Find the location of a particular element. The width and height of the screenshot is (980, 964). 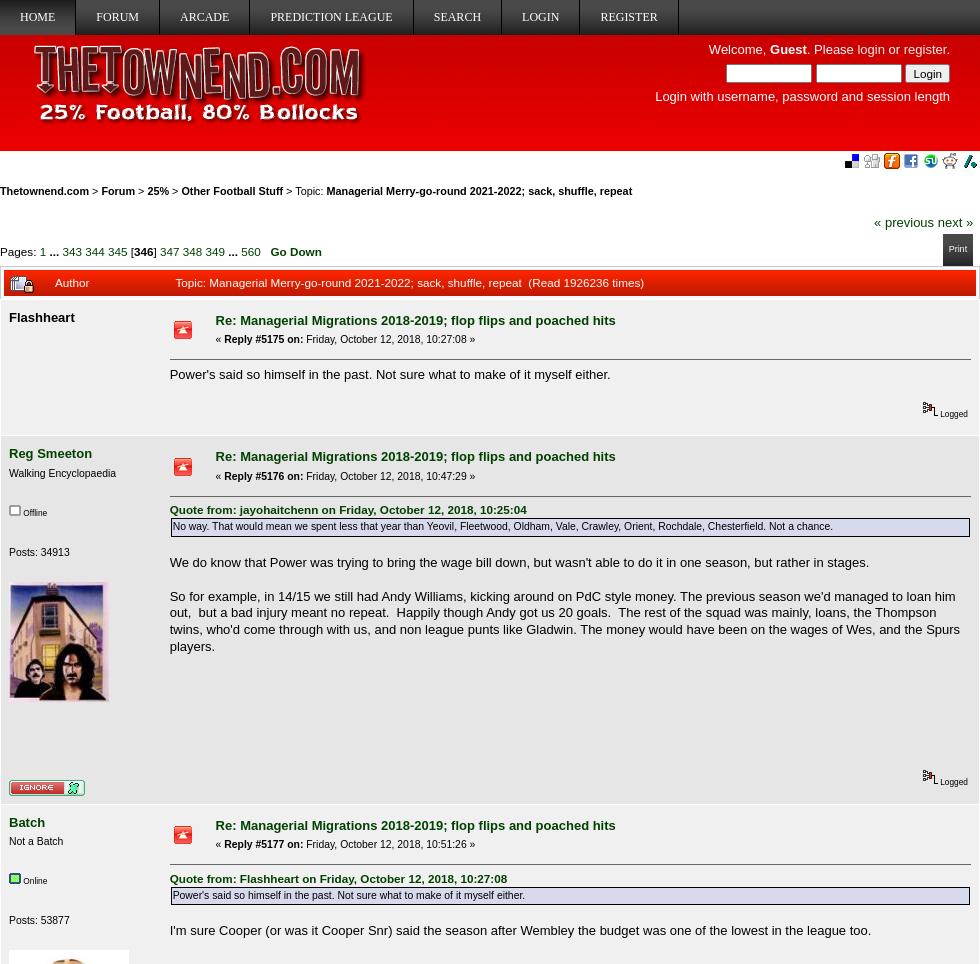

'343' is located at coordinates (71, 250).